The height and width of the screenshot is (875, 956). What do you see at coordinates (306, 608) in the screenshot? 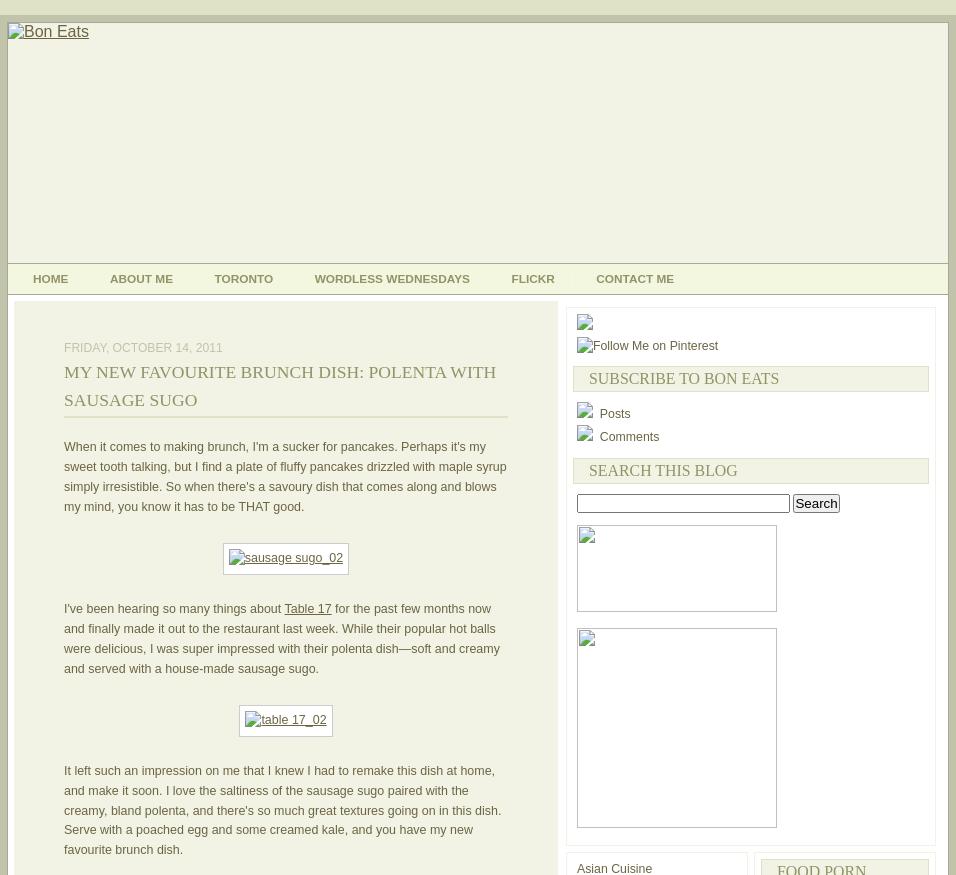
I see `'Table 17'` at bounding box center [306, 608].